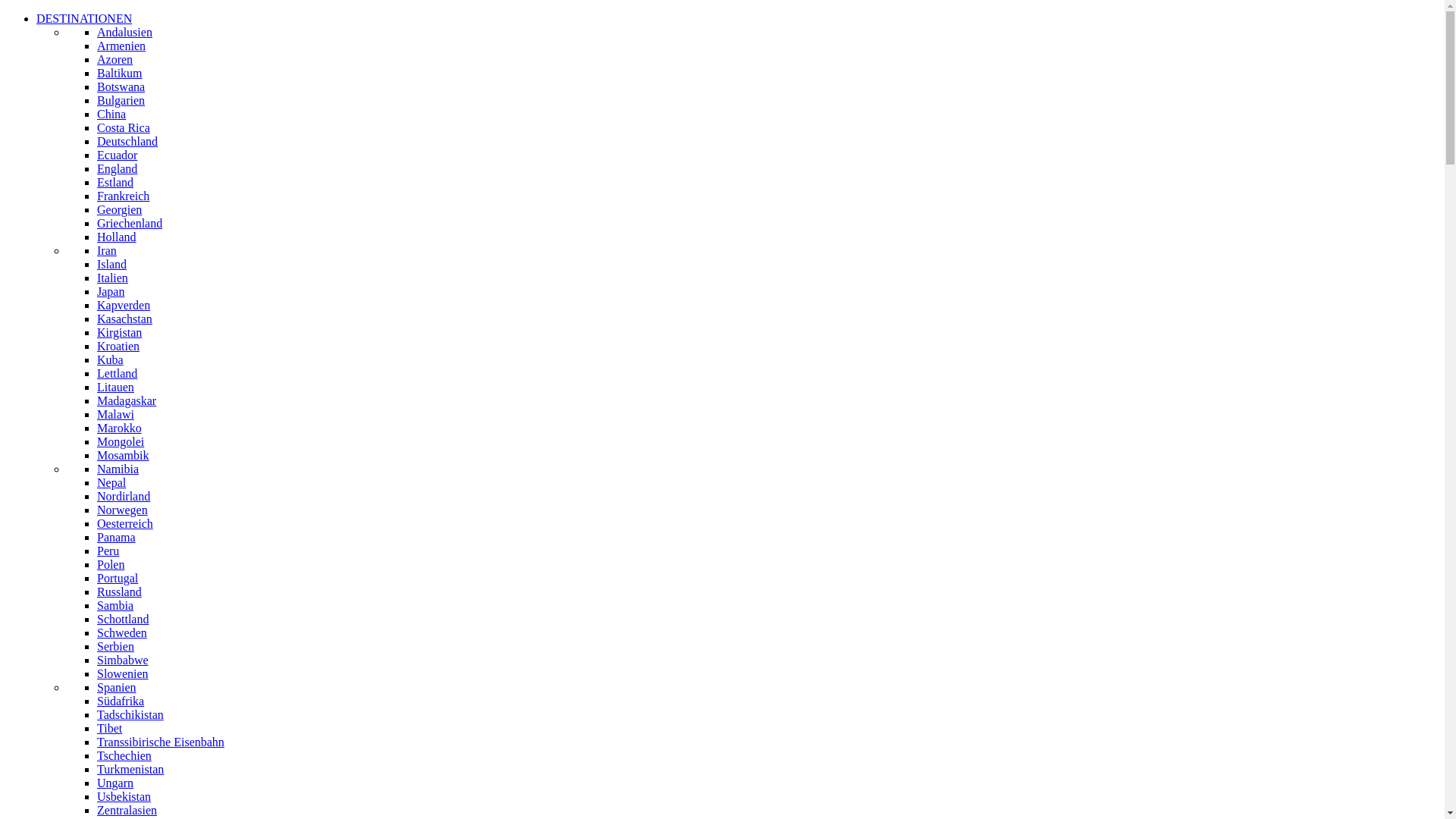 Image resolution: width=1456 pixels, height=819 pixels. I want to click on 'Mongolei', so click(119, 441).